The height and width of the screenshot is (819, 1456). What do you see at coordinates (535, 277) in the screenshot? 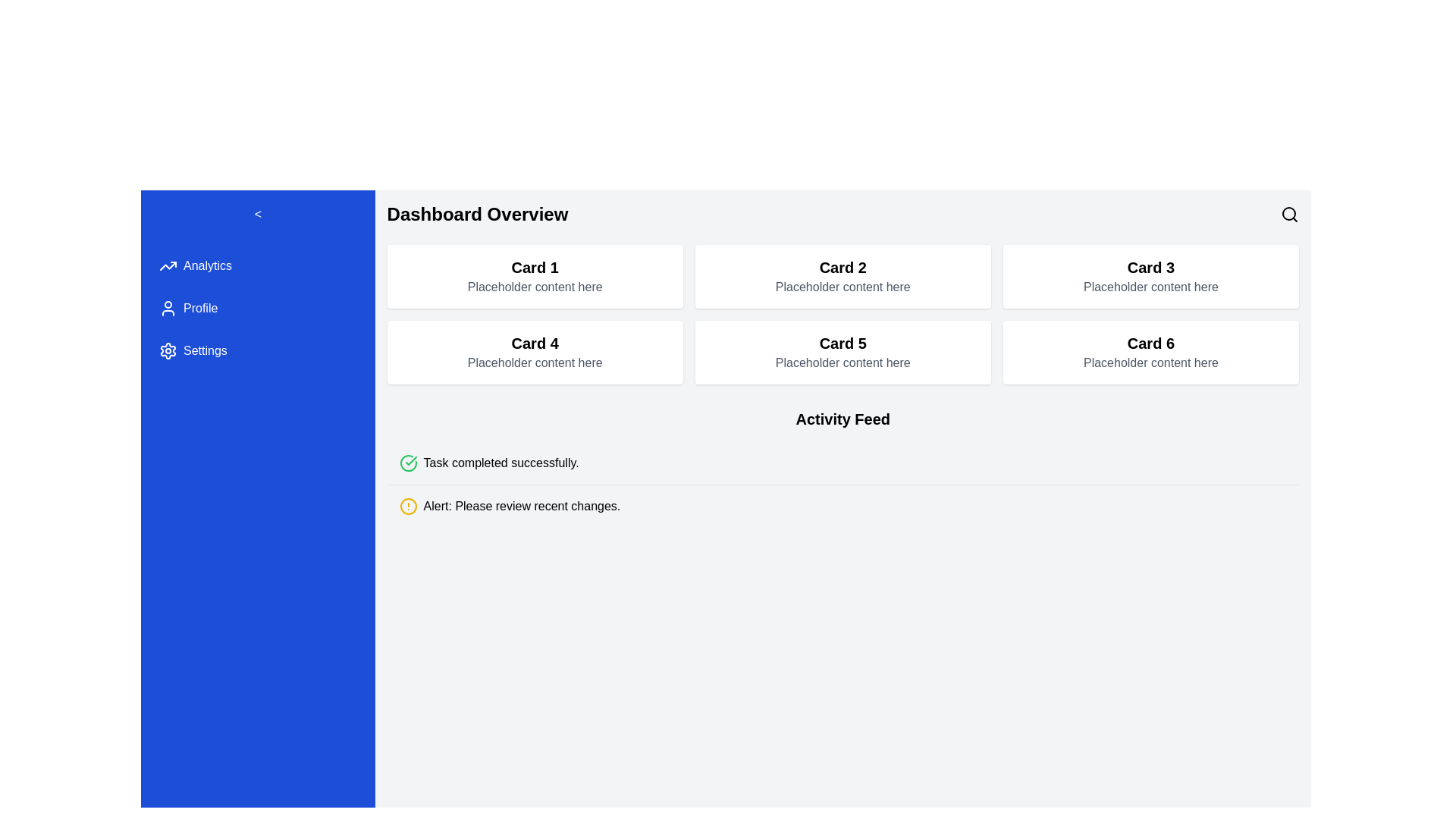
I see `the Card UI component with the title 'Card 1' and description 'Placeholder content here', located in the top-left corner of the grid layout` at bounding box center [535, 277].